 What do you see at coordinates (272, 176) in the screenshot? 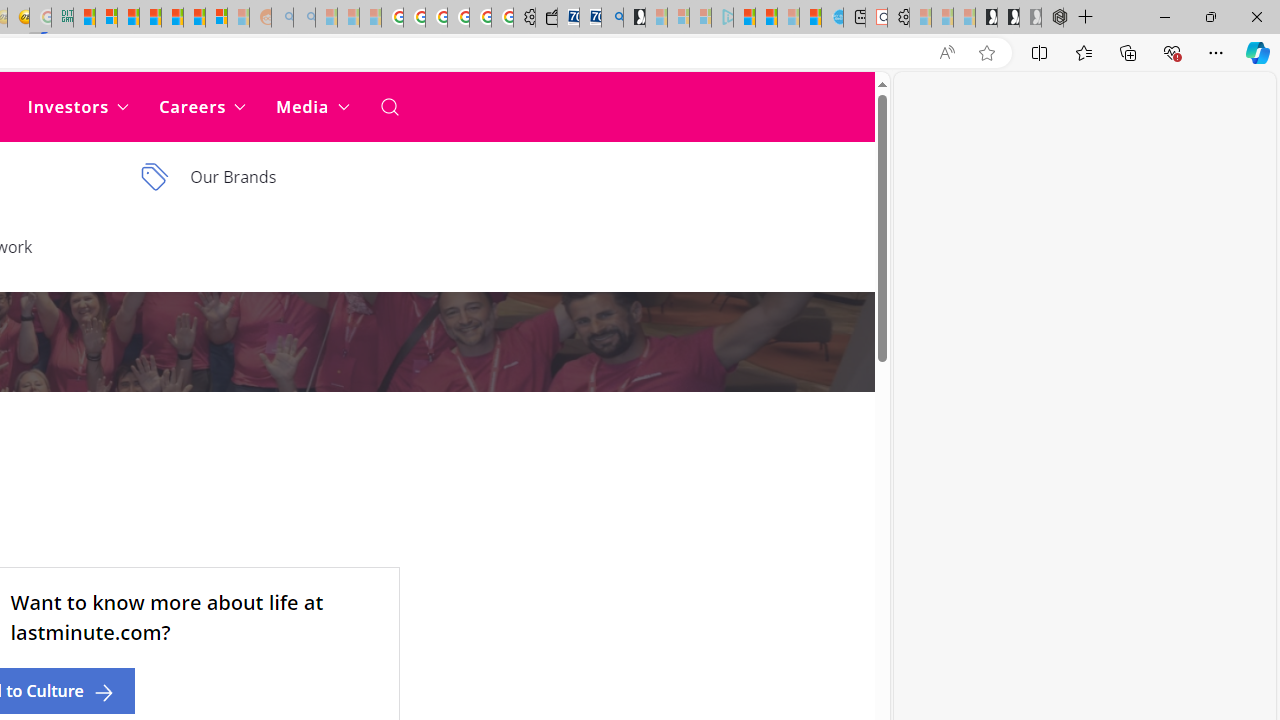
I see `'Our Brands'` at bounding box center [272, 176].